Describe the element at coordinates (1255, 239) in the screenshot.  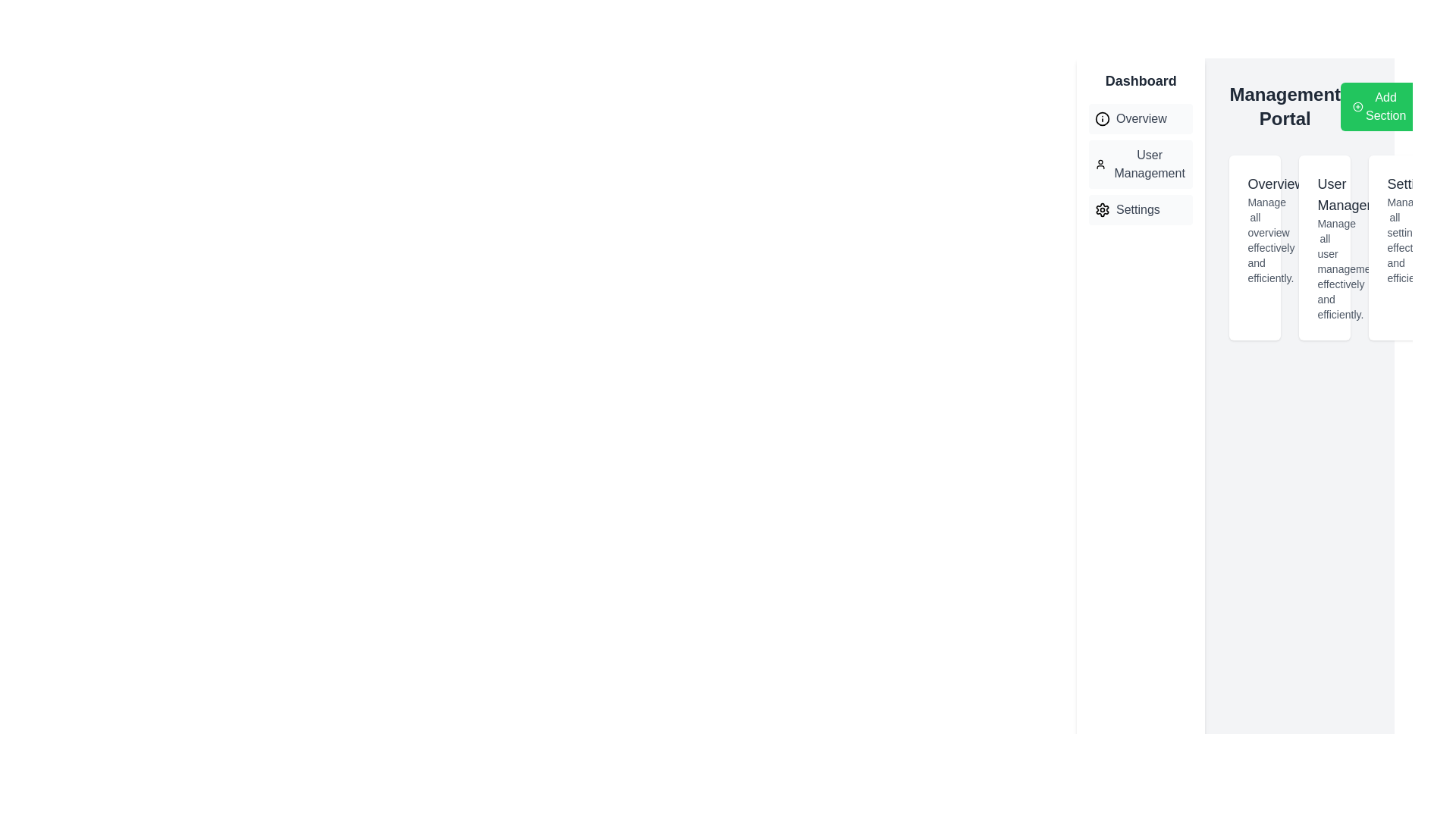
I see `text displayed in the small gray font, 'Manage all overview effectively and efficiently.' located beneath the title 'Overview' within the white rectangular card on the Management Portal page` at that location.